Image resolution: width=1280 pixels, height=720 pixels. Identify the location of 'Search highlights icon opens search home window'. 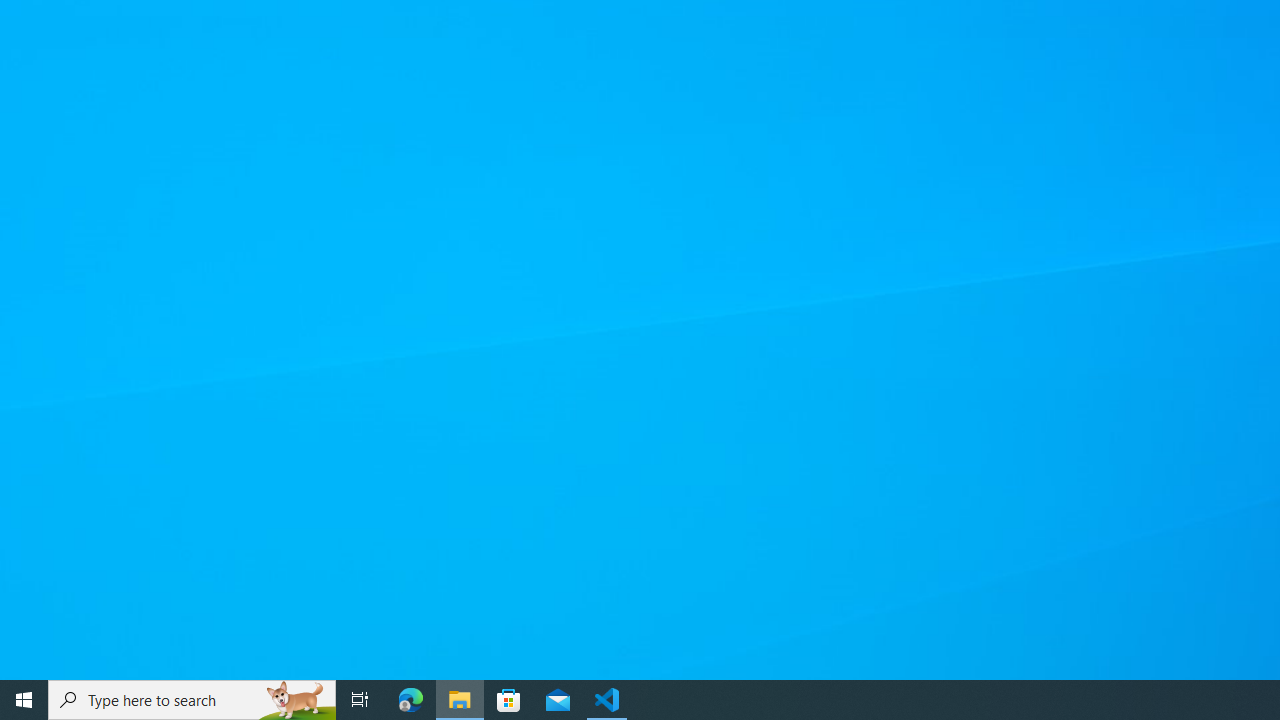
(294, 698).